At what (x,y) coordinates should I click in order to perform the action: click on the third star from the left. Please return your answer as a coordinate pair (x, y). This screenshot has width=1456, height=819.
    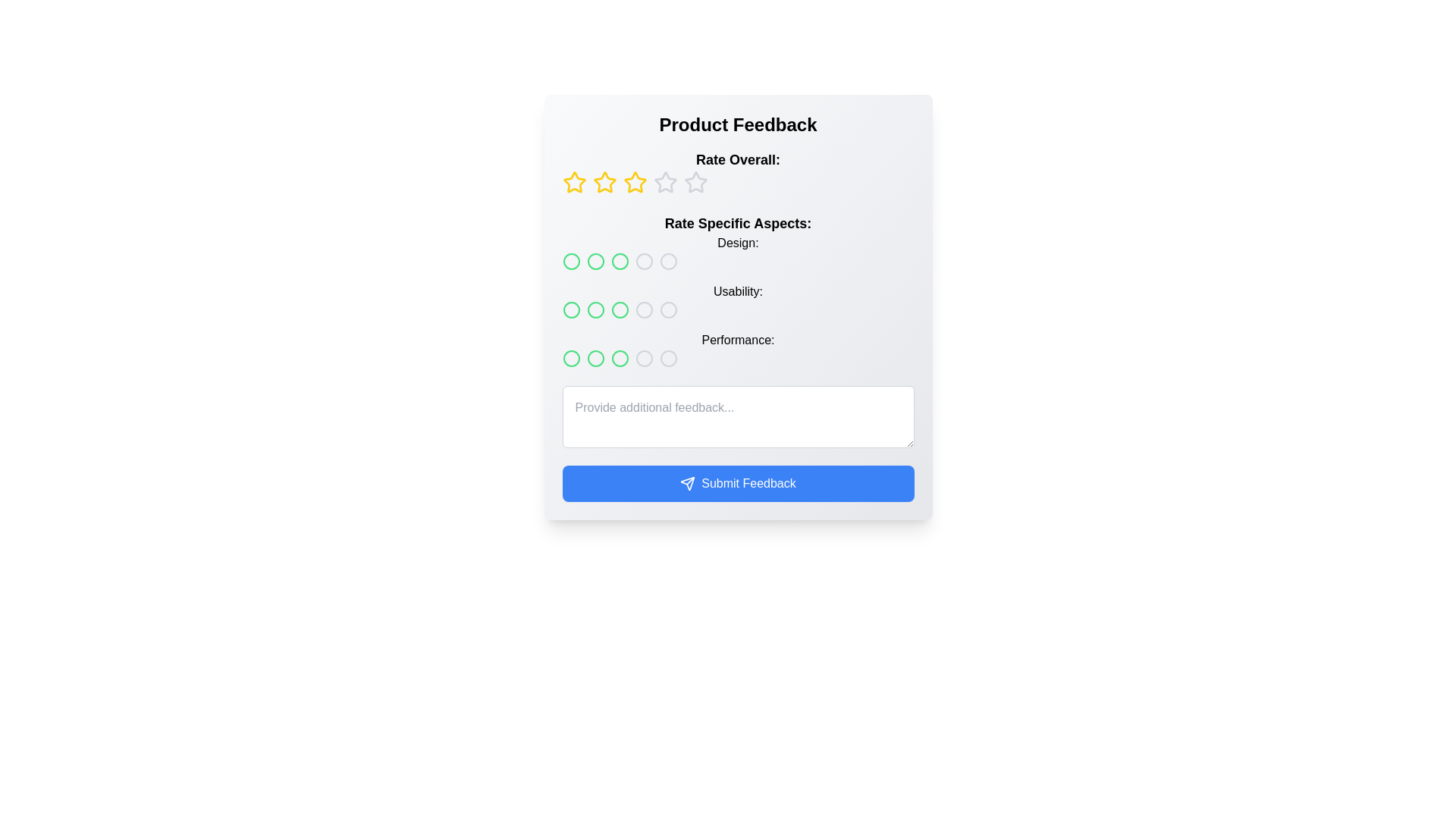
    Looking at the image, I should click on (635, 181).